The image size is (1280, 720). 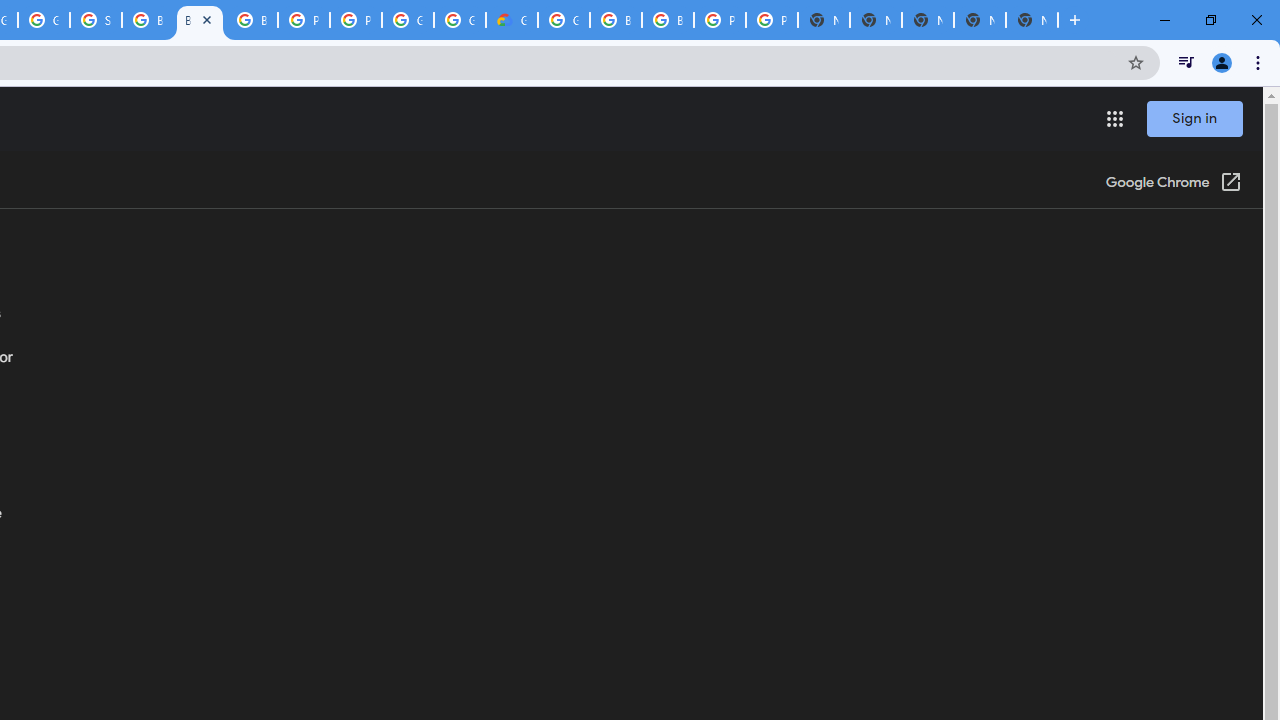 I want to click on 'Google Cloud Platform', so click(x=406, y=20).